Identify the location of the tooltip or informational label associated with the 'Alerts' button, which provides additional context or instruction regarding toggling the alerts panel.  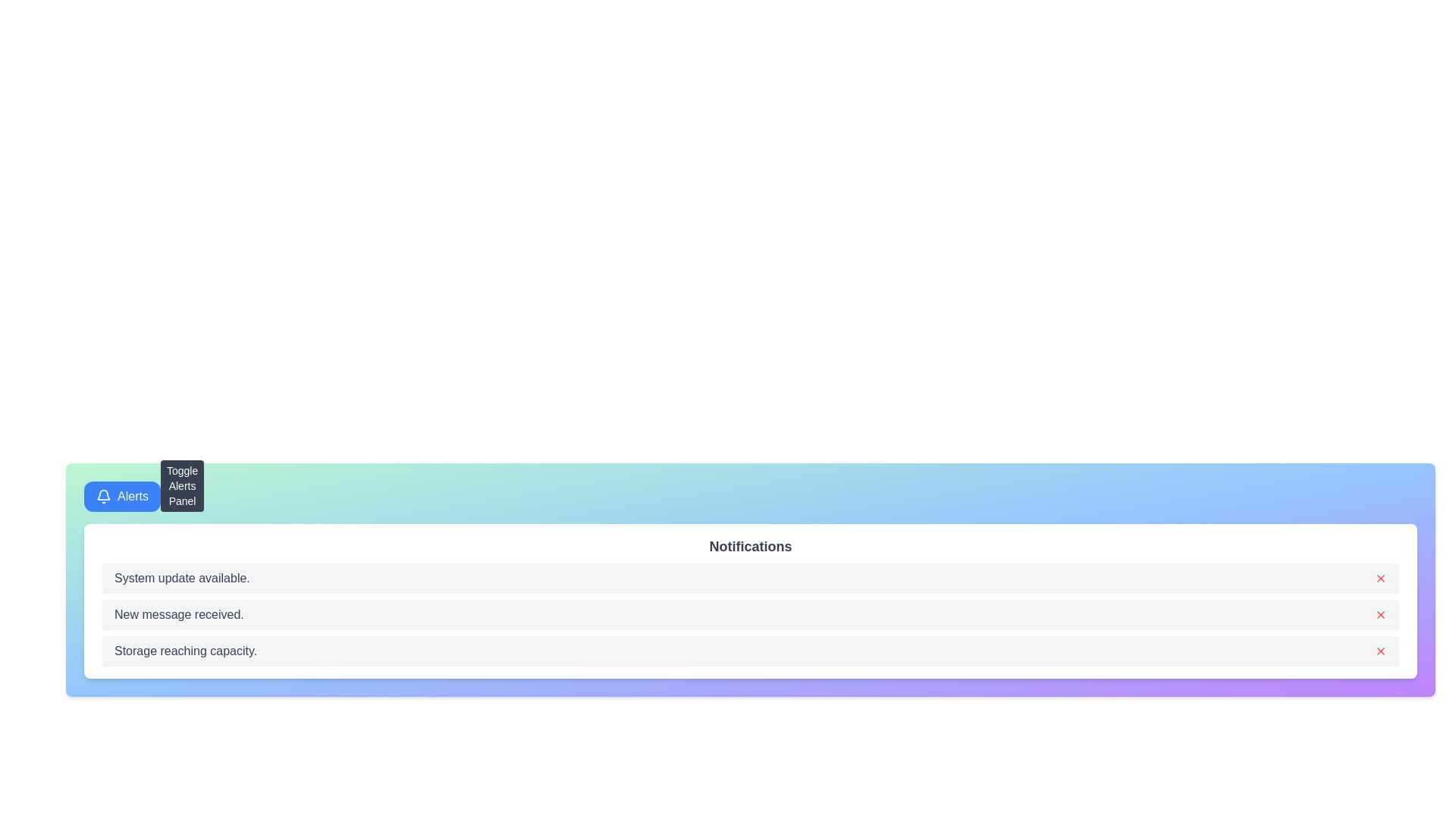
(182, 485).